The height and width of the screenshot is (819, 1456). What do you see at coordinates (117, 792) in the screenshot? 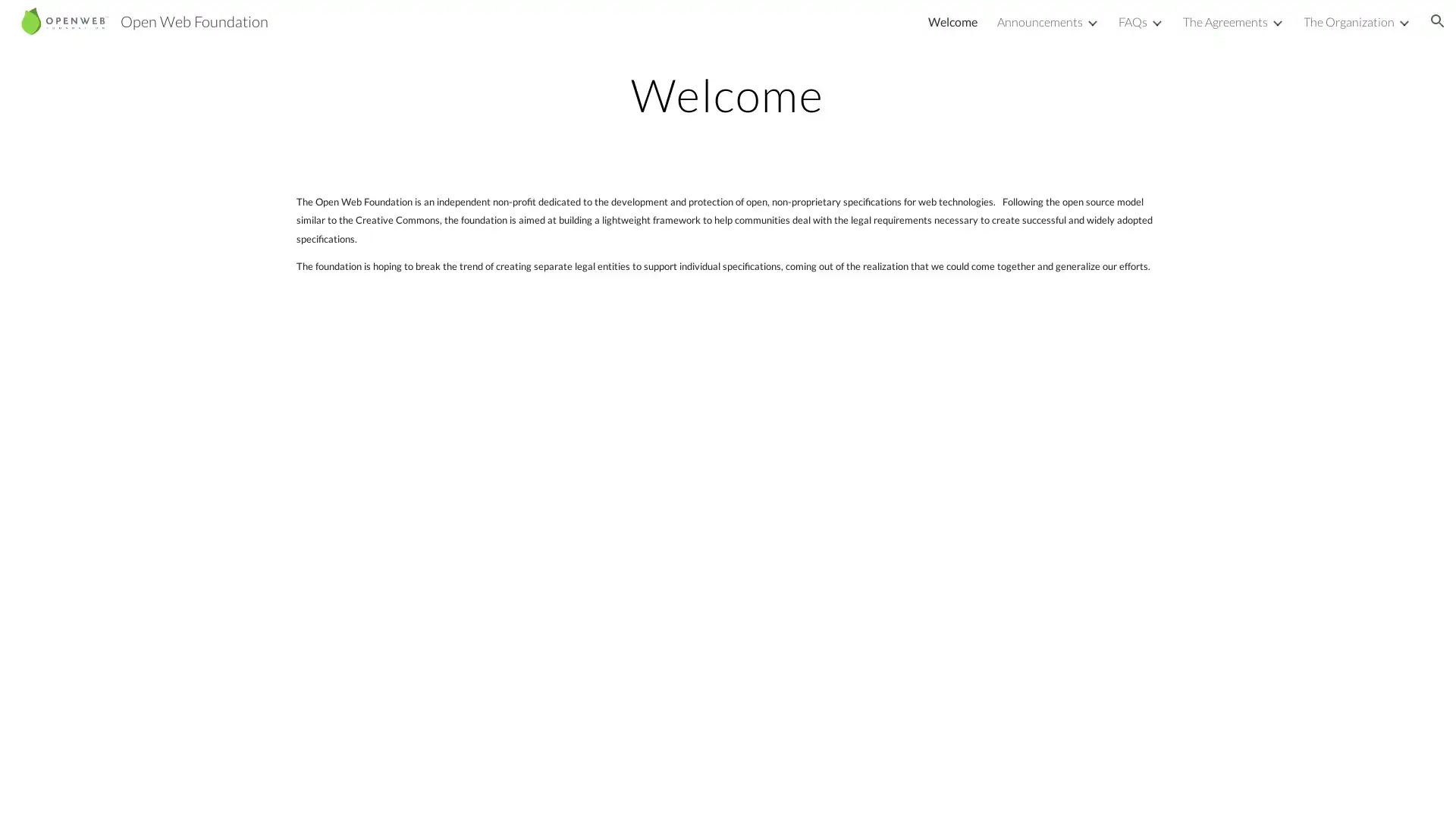
I see `Google Sites` at bounding box center [117, 792].